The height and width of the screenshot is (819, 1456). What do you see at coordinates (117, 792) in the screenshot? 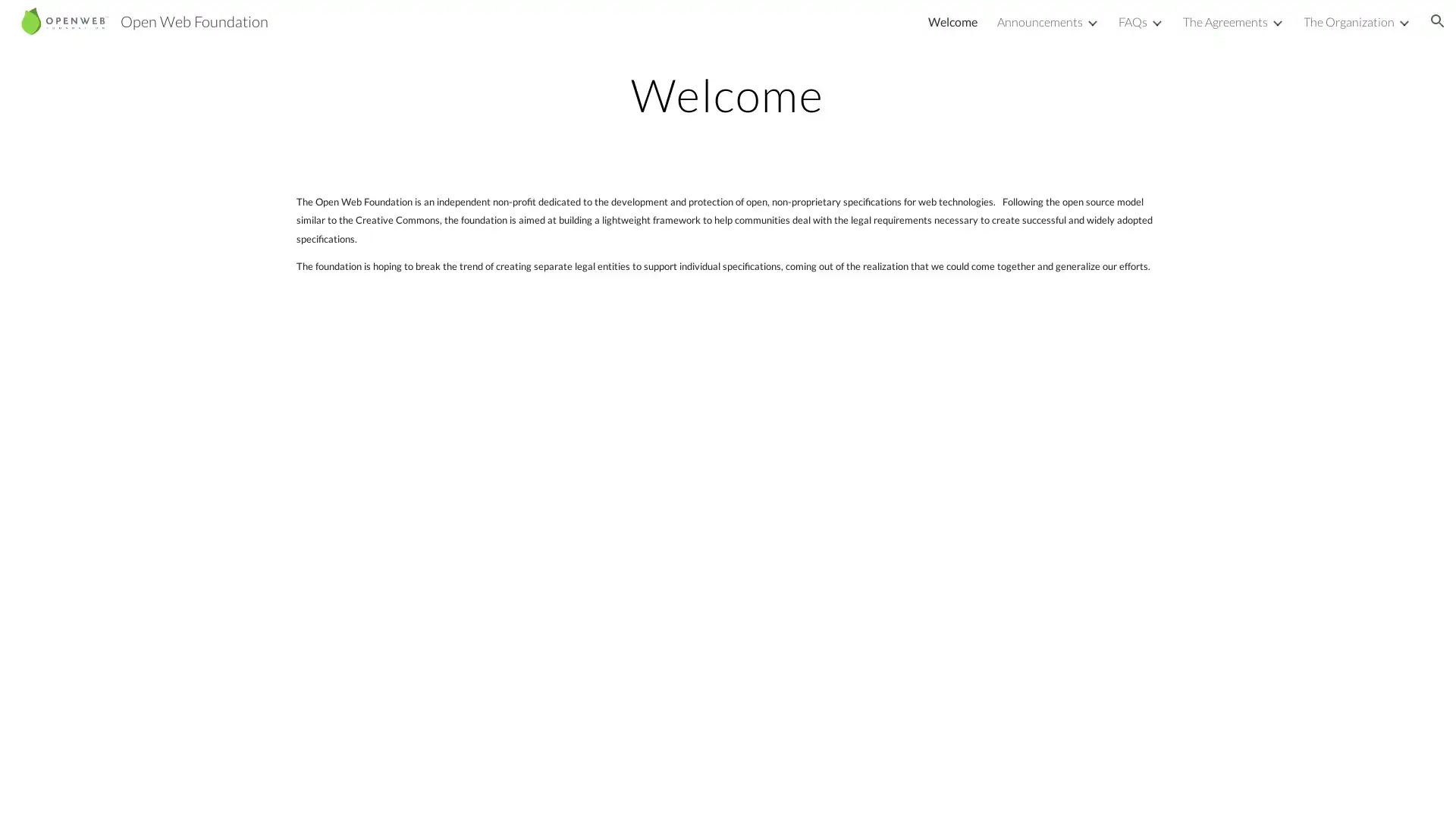
I see `Google Sites` at bounding box center [117, 792].